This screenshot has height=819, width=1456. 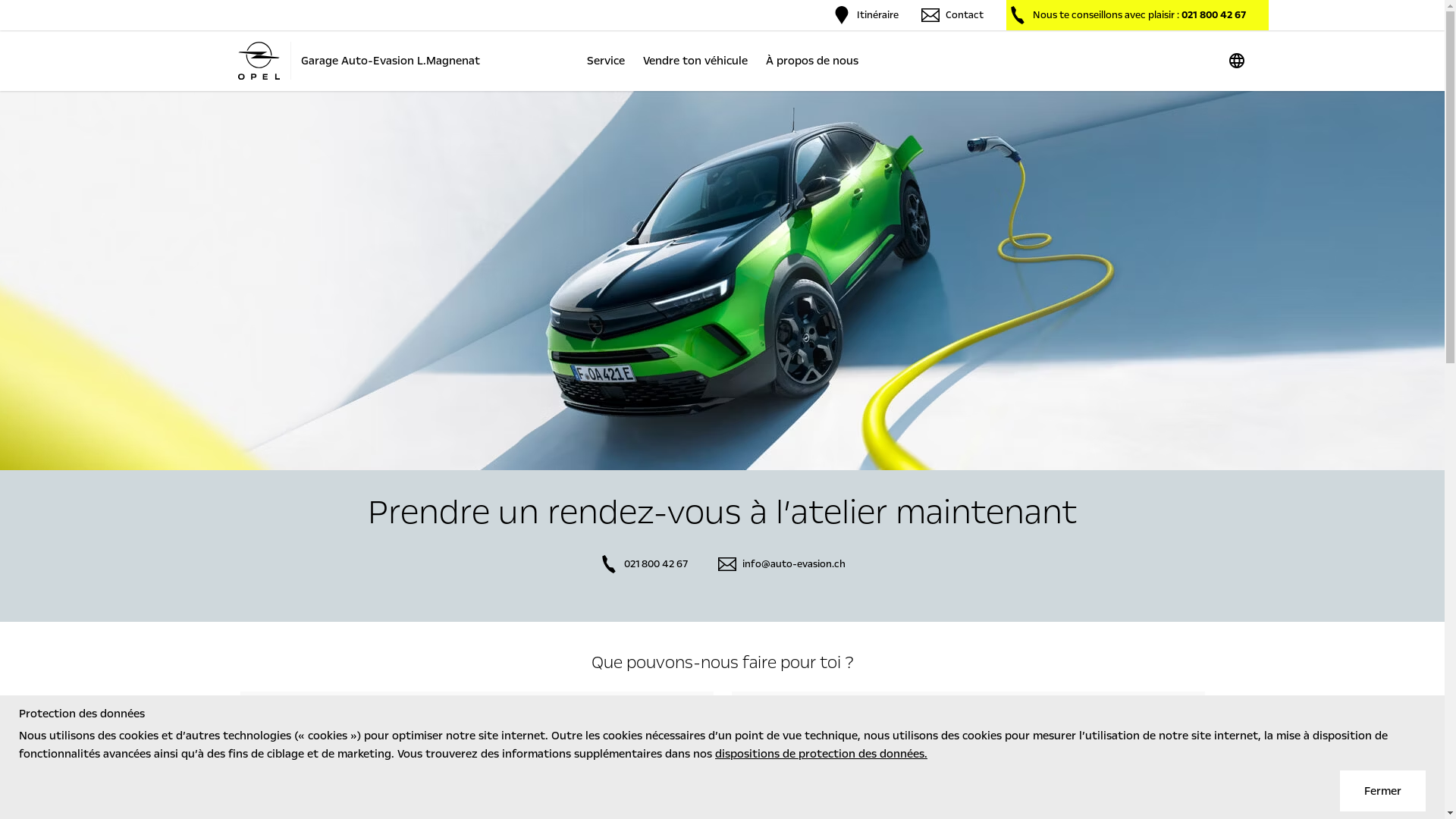 What do you see at coordinates (781, 564) in the screenshot?
I see `'info@auto-evasion.ch'` at bounding box center [781, 564].